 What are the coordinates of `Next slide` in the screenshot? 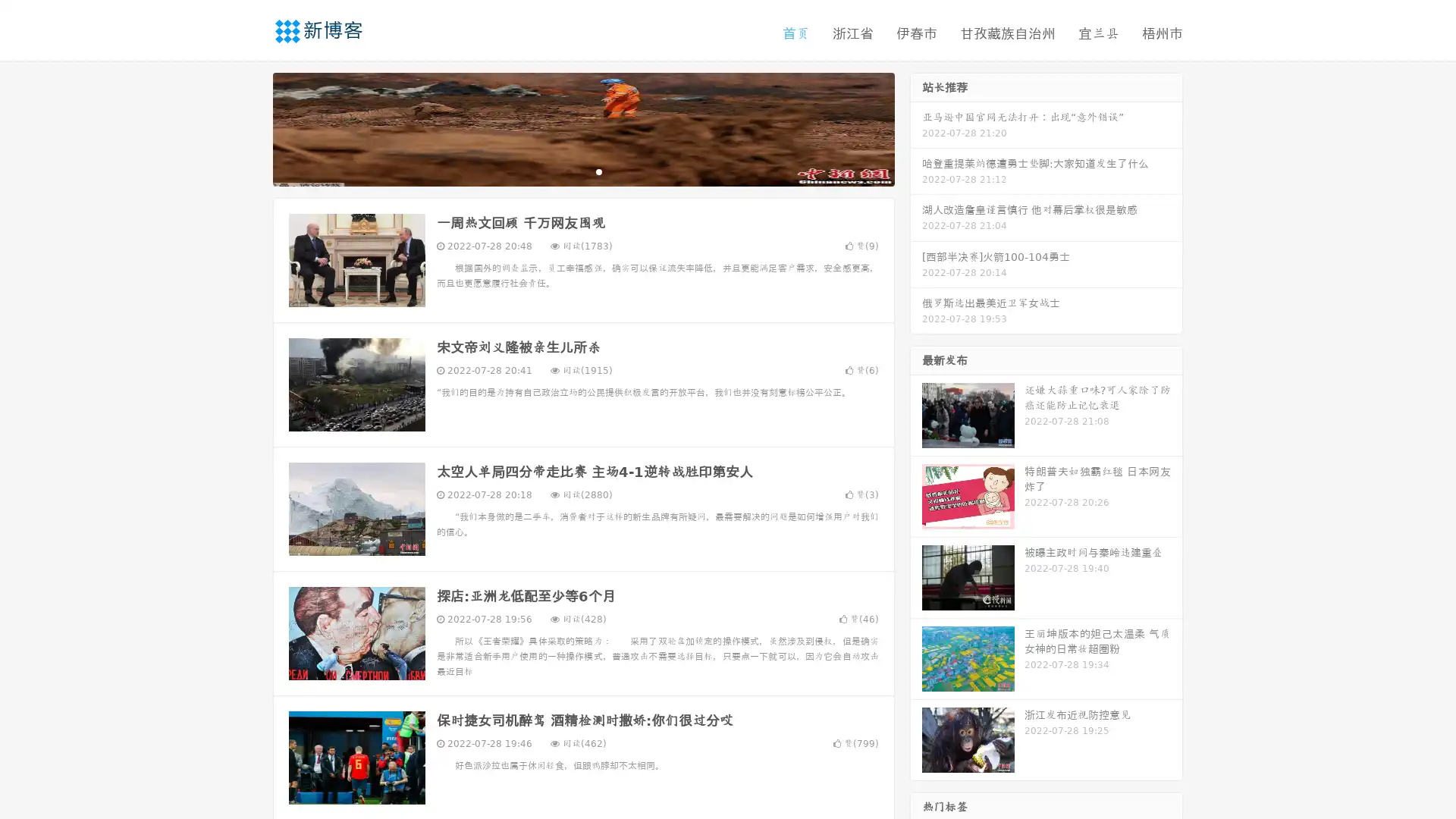 It's located at (916, 127).